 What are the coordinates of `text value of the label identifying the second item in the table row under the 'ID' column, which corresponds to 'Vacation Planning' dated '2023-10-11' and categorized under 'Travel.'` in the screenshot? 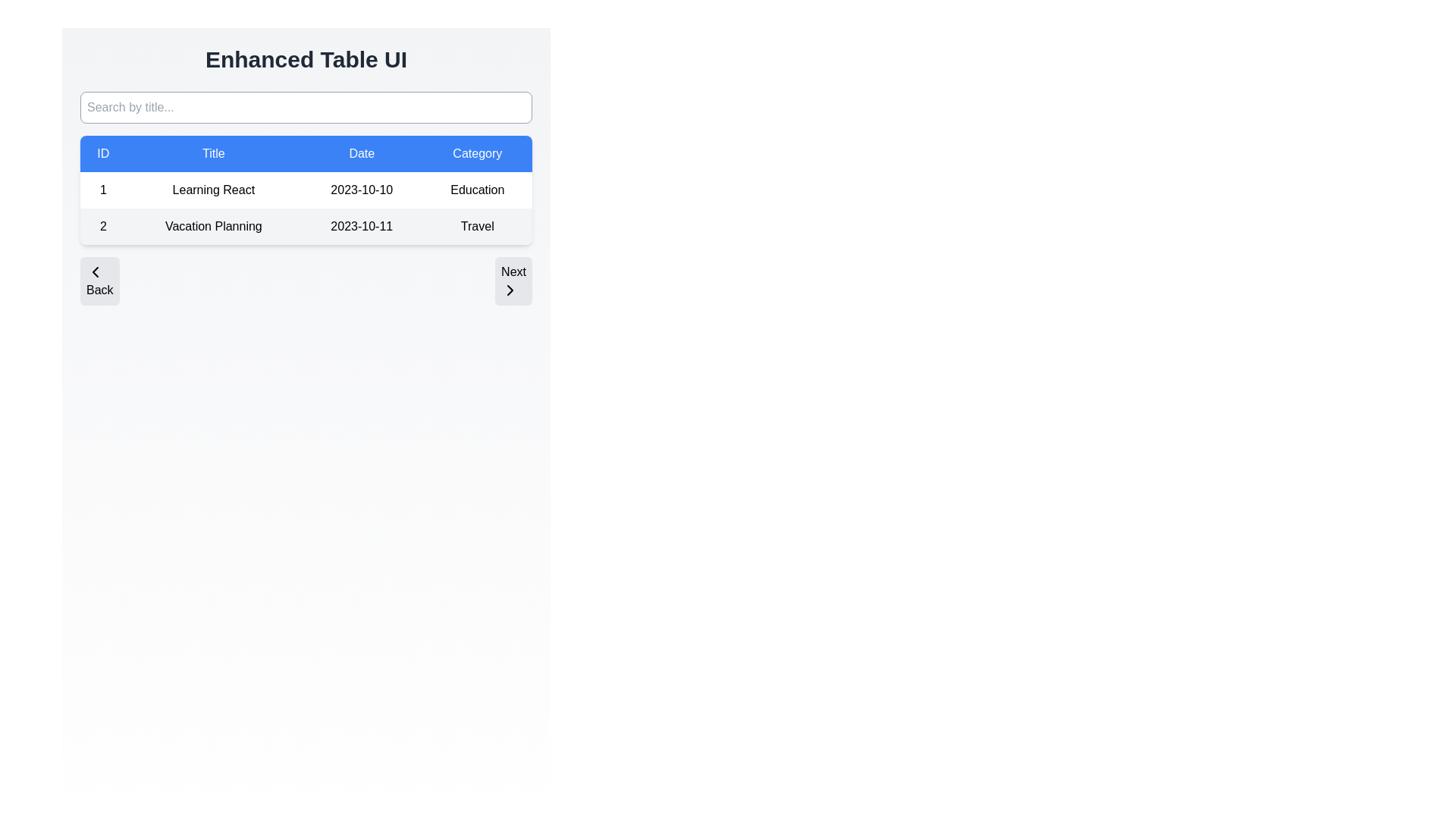 It's located at (102, 227).